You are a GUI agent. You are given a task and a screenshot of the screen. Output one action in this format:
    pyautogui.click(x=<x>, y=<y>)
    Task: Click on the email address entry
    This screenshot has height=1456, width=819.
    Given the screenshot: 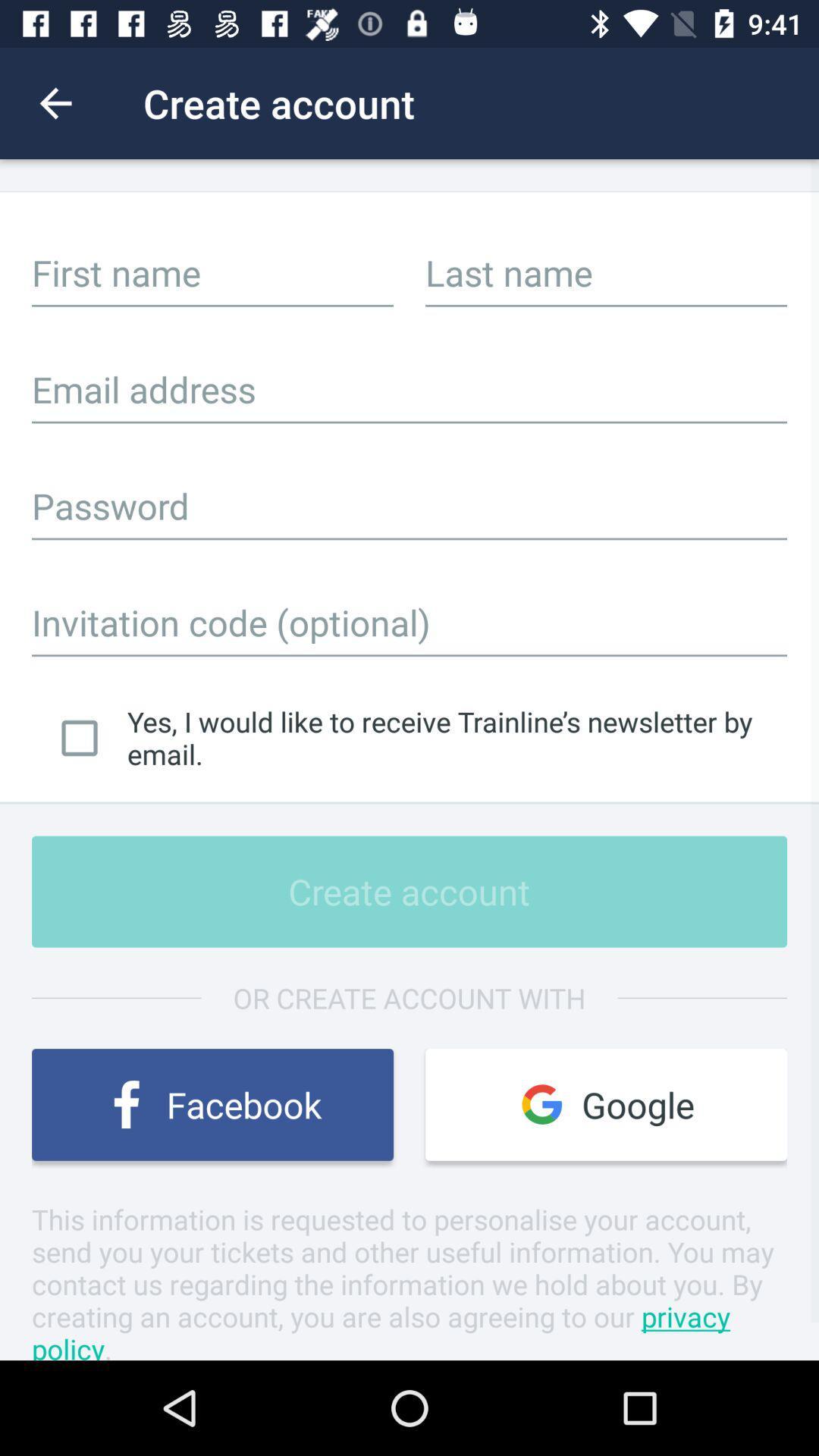 What is the action you would take?
    pyautogui.click(x=409, y=389)
    